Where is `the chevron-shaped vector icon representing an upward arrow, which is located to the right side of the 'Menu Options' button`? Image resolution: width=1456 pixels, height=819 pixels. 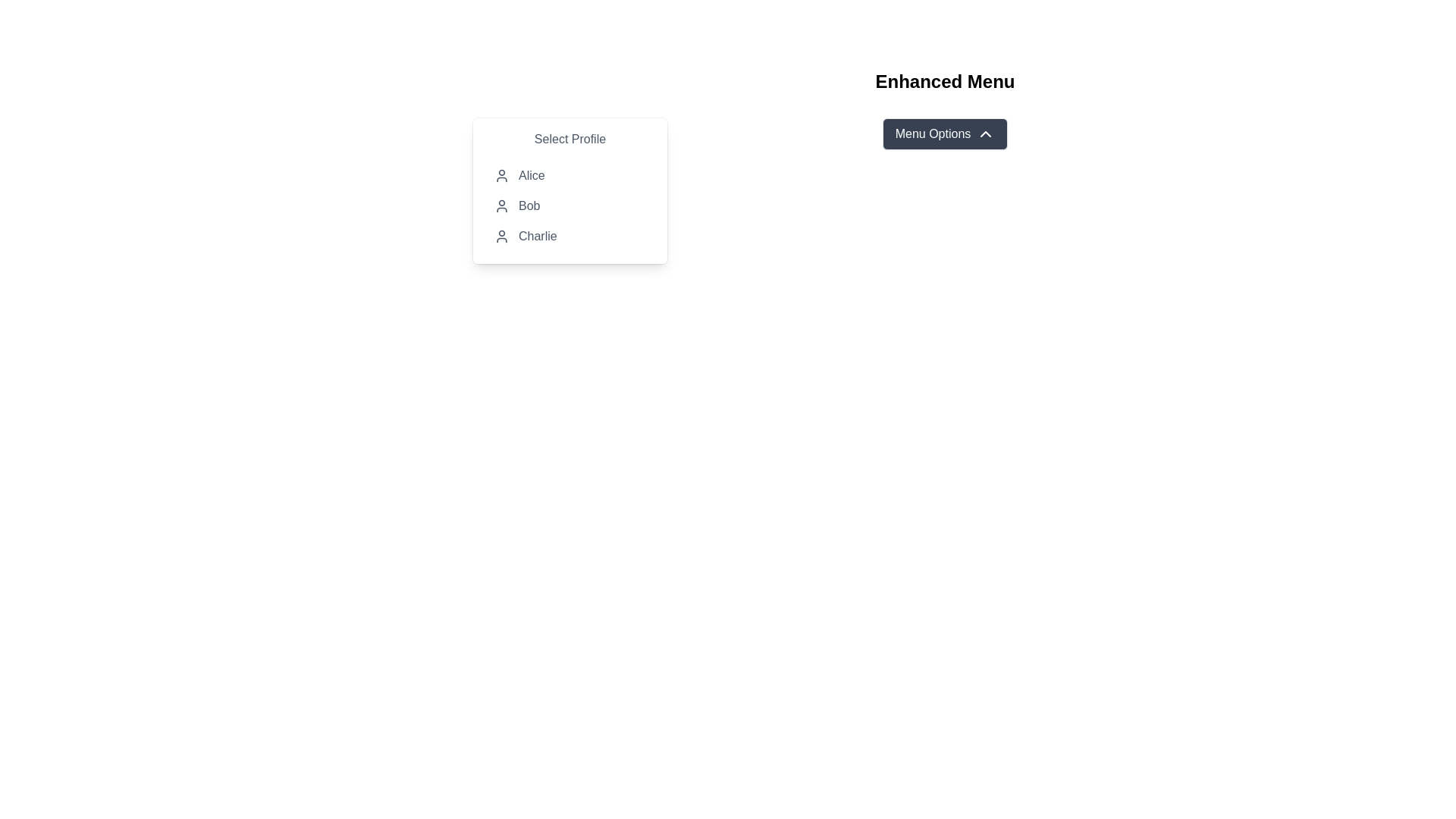
the chevron-shaped vector icon representing an upward arrow, which is located to the right side of the 'Menu Options' button is located at coordinates (986, 133).